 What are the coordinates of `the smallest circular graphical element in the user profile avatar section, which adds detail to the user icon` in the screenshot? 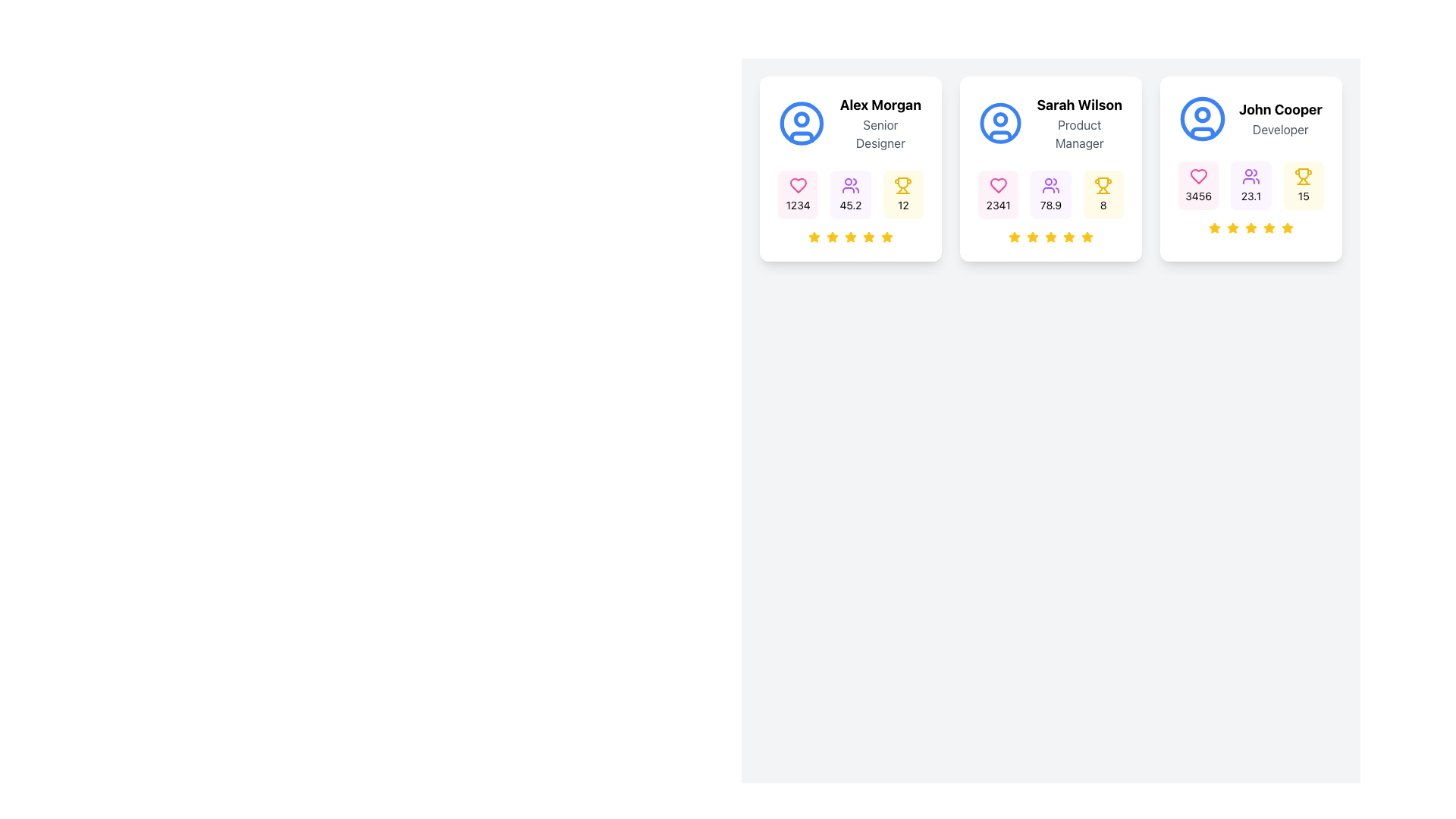 It's located at (1000, 119).